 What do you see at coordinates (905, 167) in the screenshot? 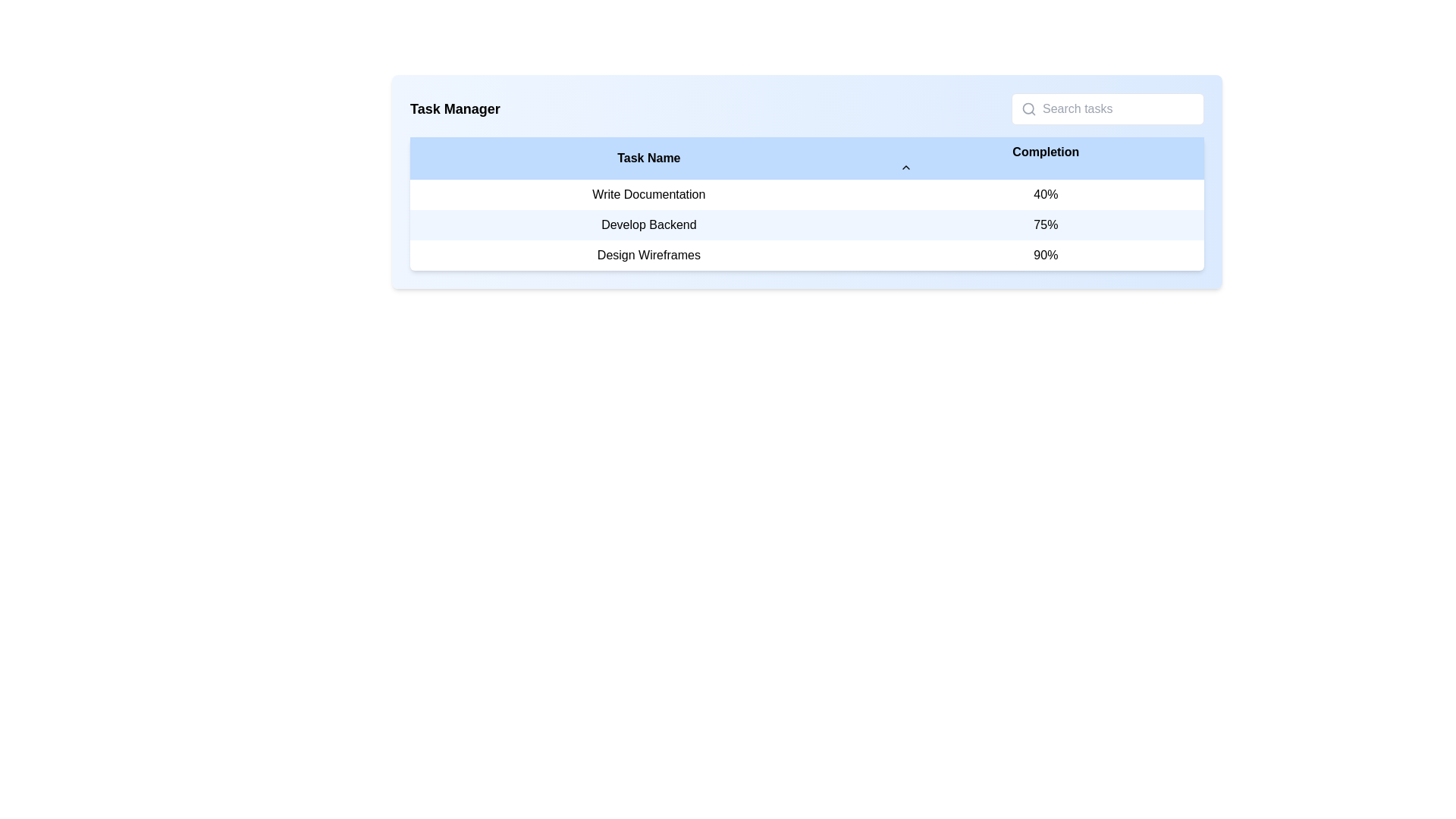
I see `the upward-pointing chevron icon located in the header row next to the 'Completion' column header to sort the table` at bounding box center [905, 167].